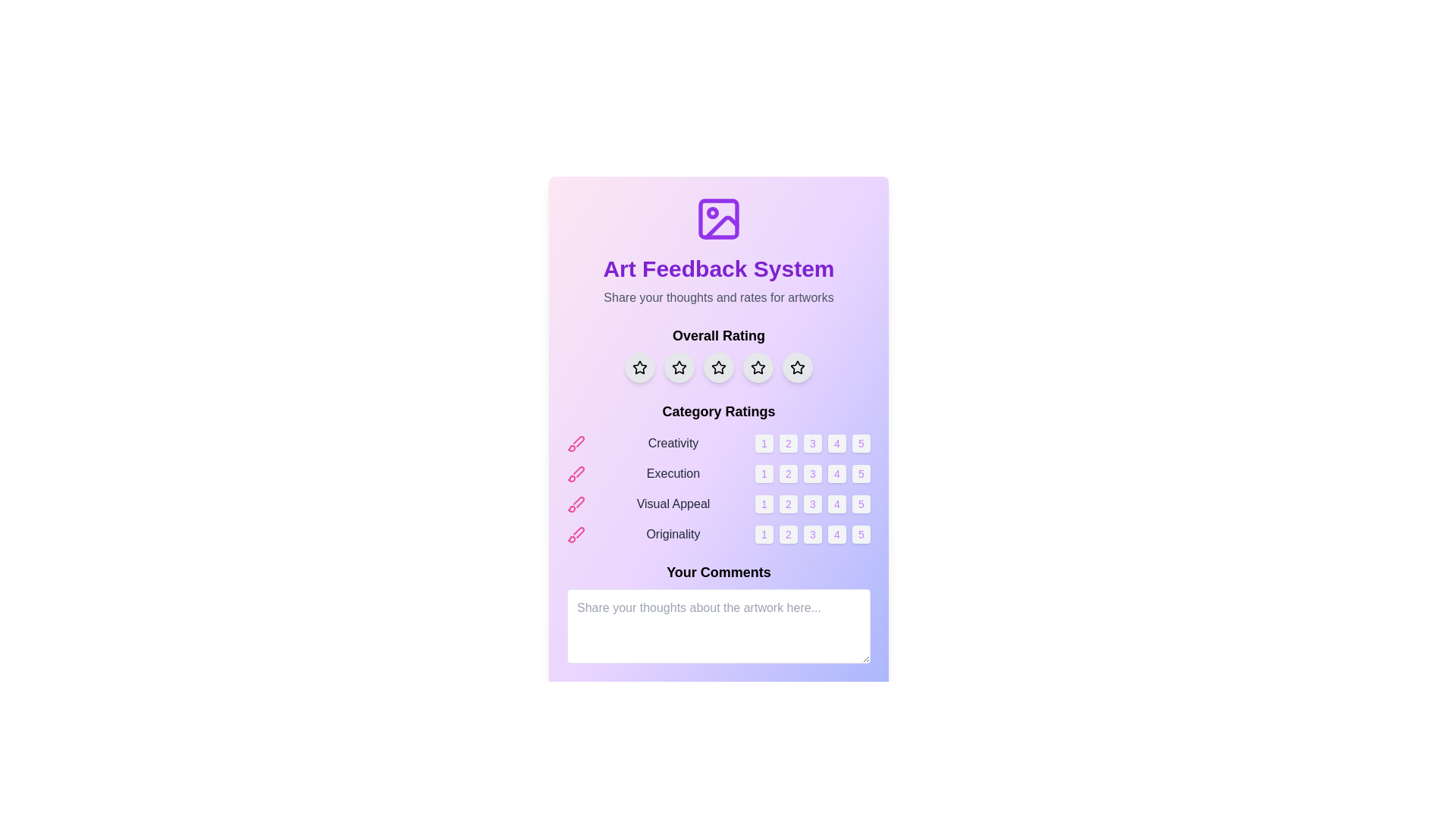  What do you see at coordinates (718, 368) in the screenshot?
I see `the third button in the 5-star rating system under the 'Overall Rating' section` at bounding box center [718, 368].